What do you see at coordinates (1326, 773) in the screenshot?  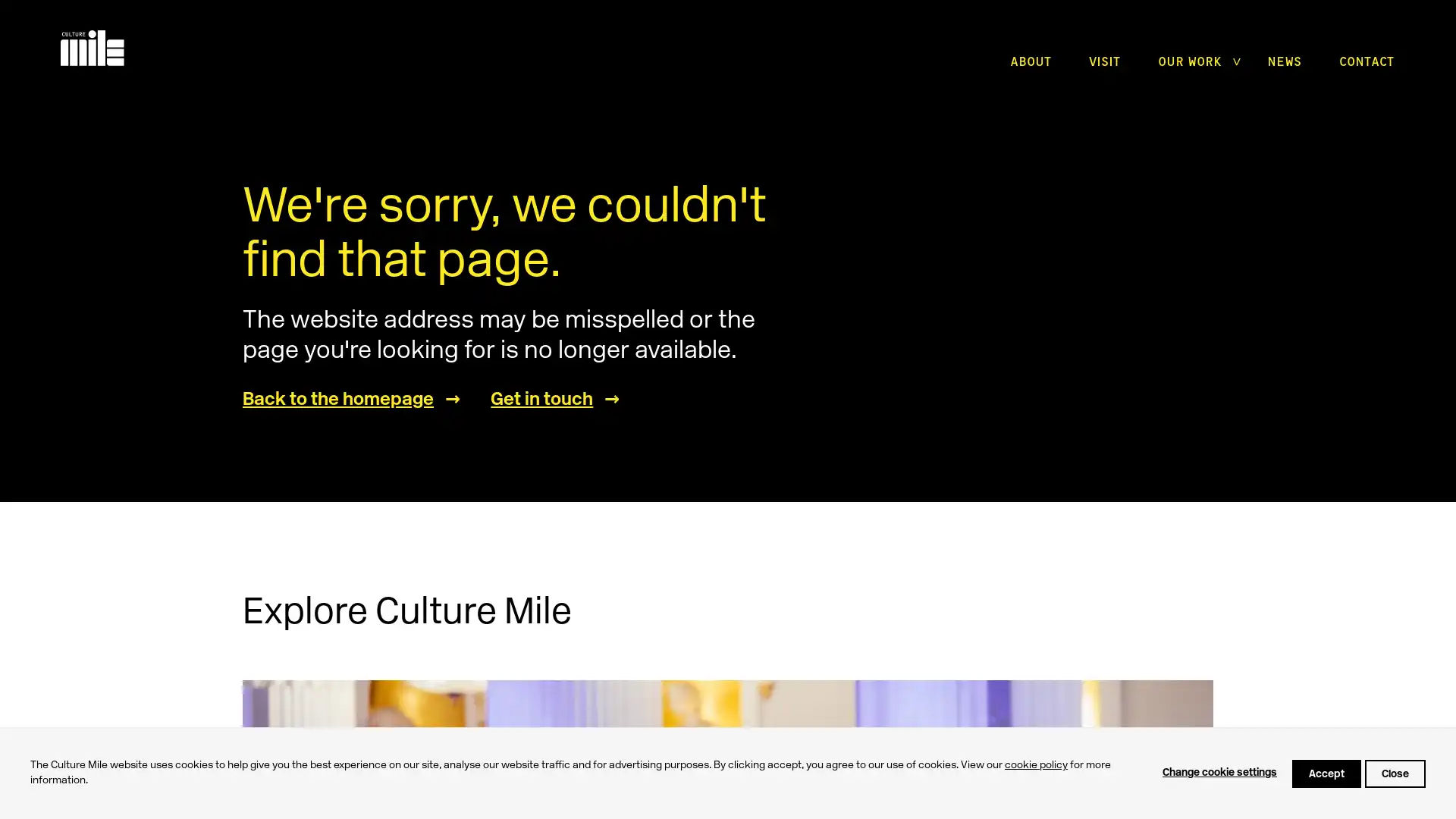 I see `Accept` at bounding box center [1326, 773].